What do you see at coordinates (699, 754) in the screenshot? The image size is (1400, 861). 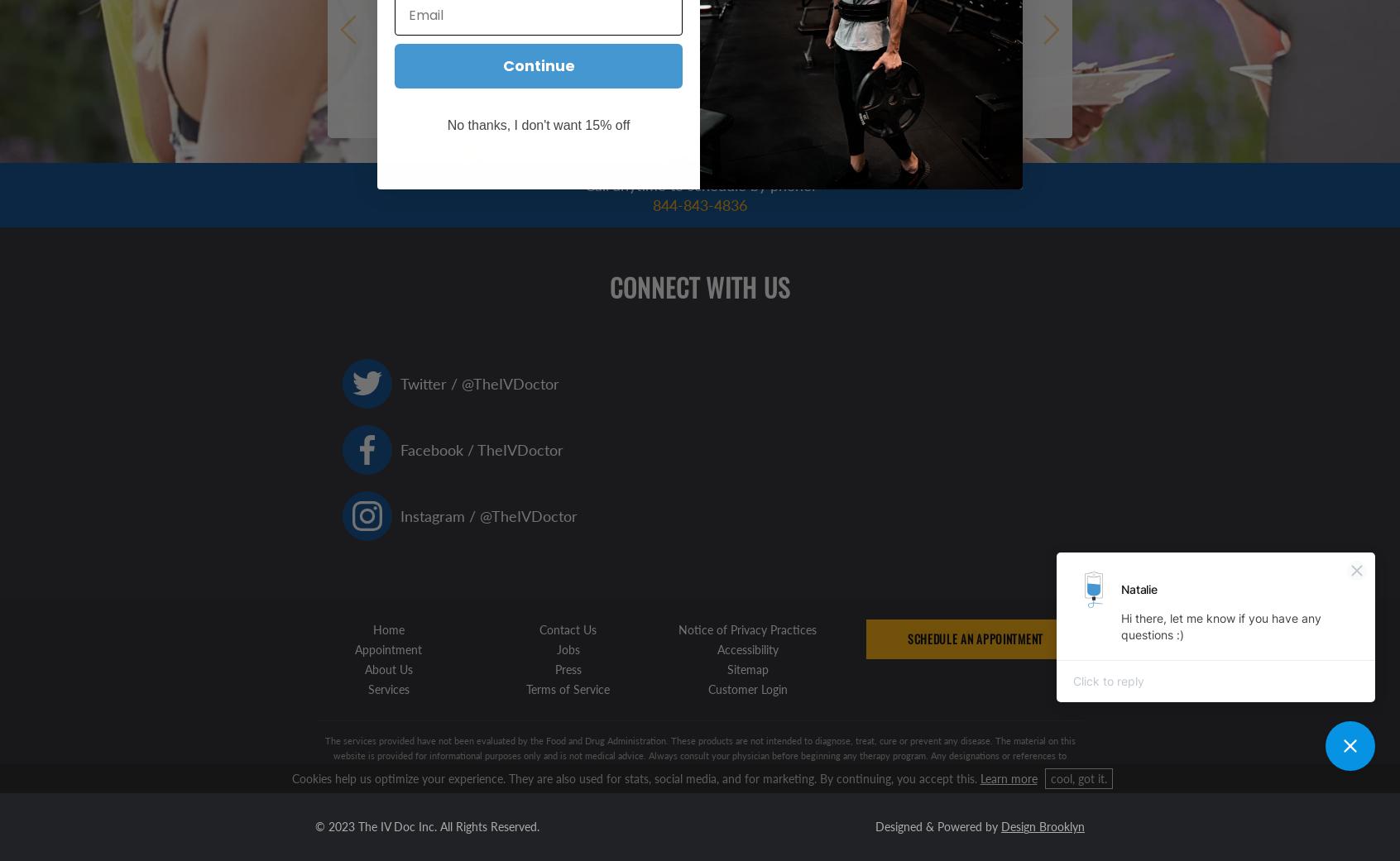 I see `'The services provided have not been evaluated by the Food and Drug Administration. These products are not intended to diagnose, treat, cure or prevent any disease. The material on this website is provided for informational purposes only and is not medical advice. Always consult your physician before beginning any therapy program. Any designations or references to therapies are for marketing purposes only and do not represent actual products.'` at bounding box center [699, 754].